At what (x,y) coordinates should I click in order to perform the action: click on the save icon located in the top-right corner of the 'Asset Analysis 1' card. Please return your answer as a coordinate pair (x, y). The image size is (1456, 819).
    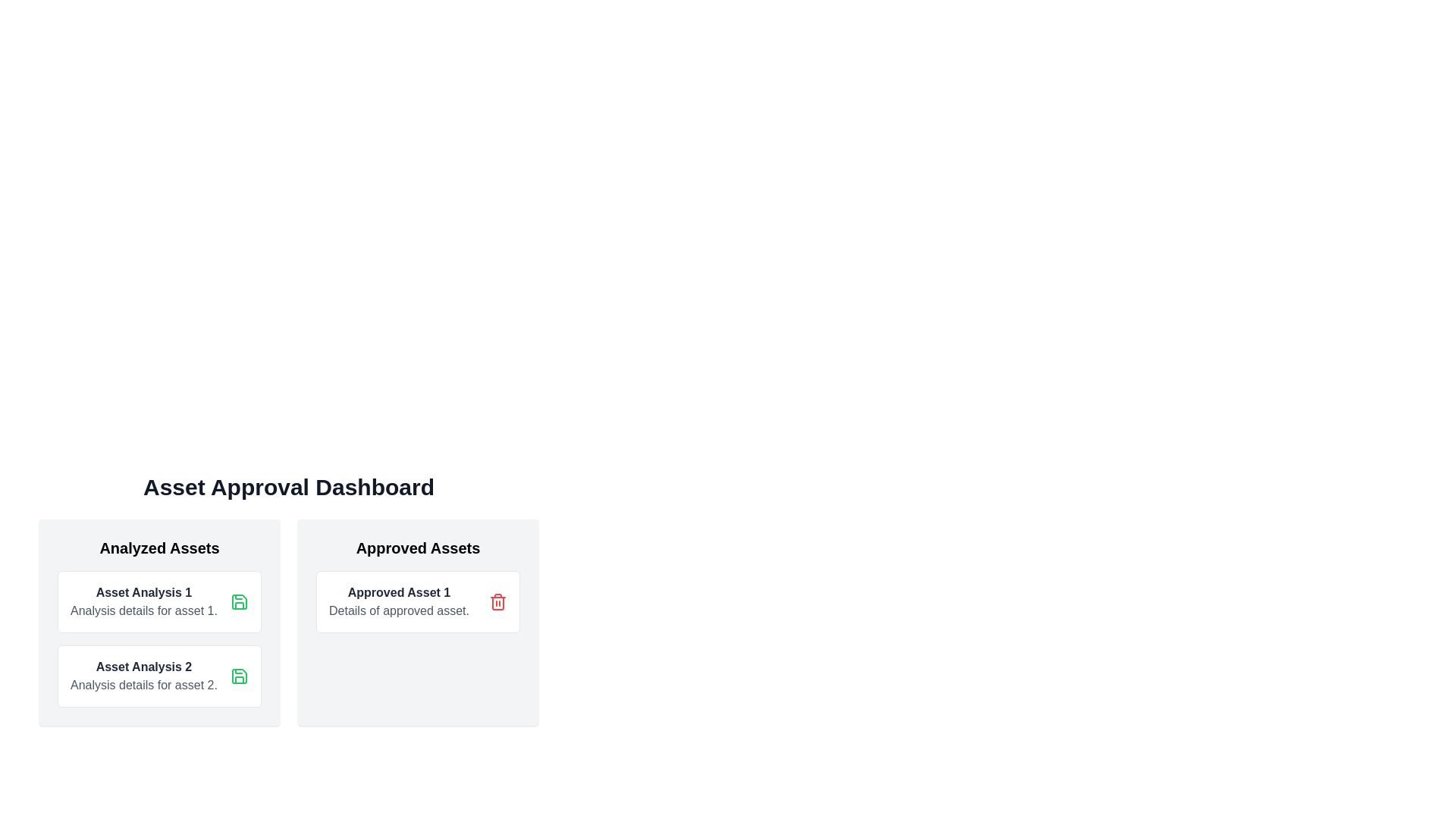
    Looking at the image, I should click on (239, 601).